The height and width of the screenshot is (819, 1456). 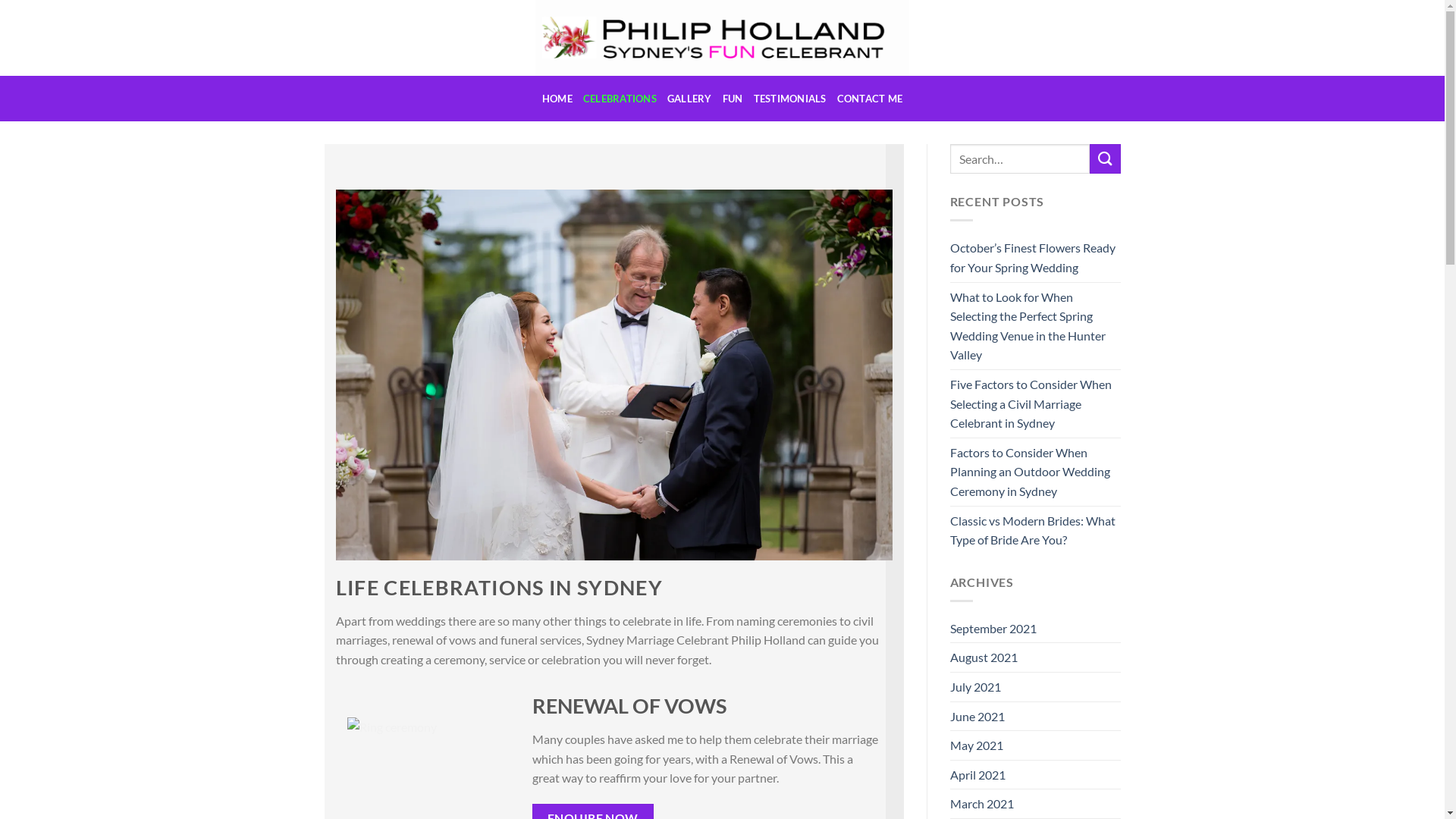 What do you see at coordinates (976, 717) in the screenshot?
I see `'June 2021'` at bounding box center [976, 717].